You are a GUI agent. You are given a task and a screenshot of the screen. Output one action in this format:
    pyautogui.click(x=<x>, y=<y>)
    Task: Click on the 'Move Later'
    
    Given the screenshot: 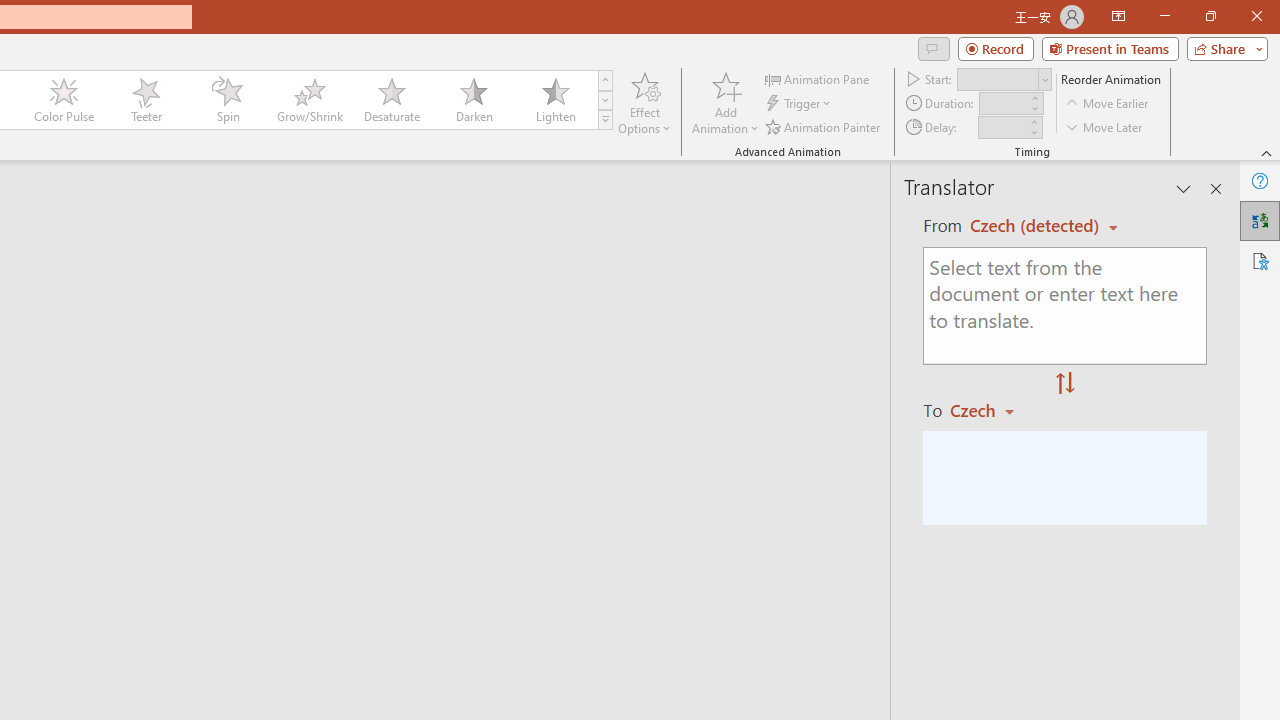 What is the action you would take?
    pyautogui.click(x=1104, y=127)
    